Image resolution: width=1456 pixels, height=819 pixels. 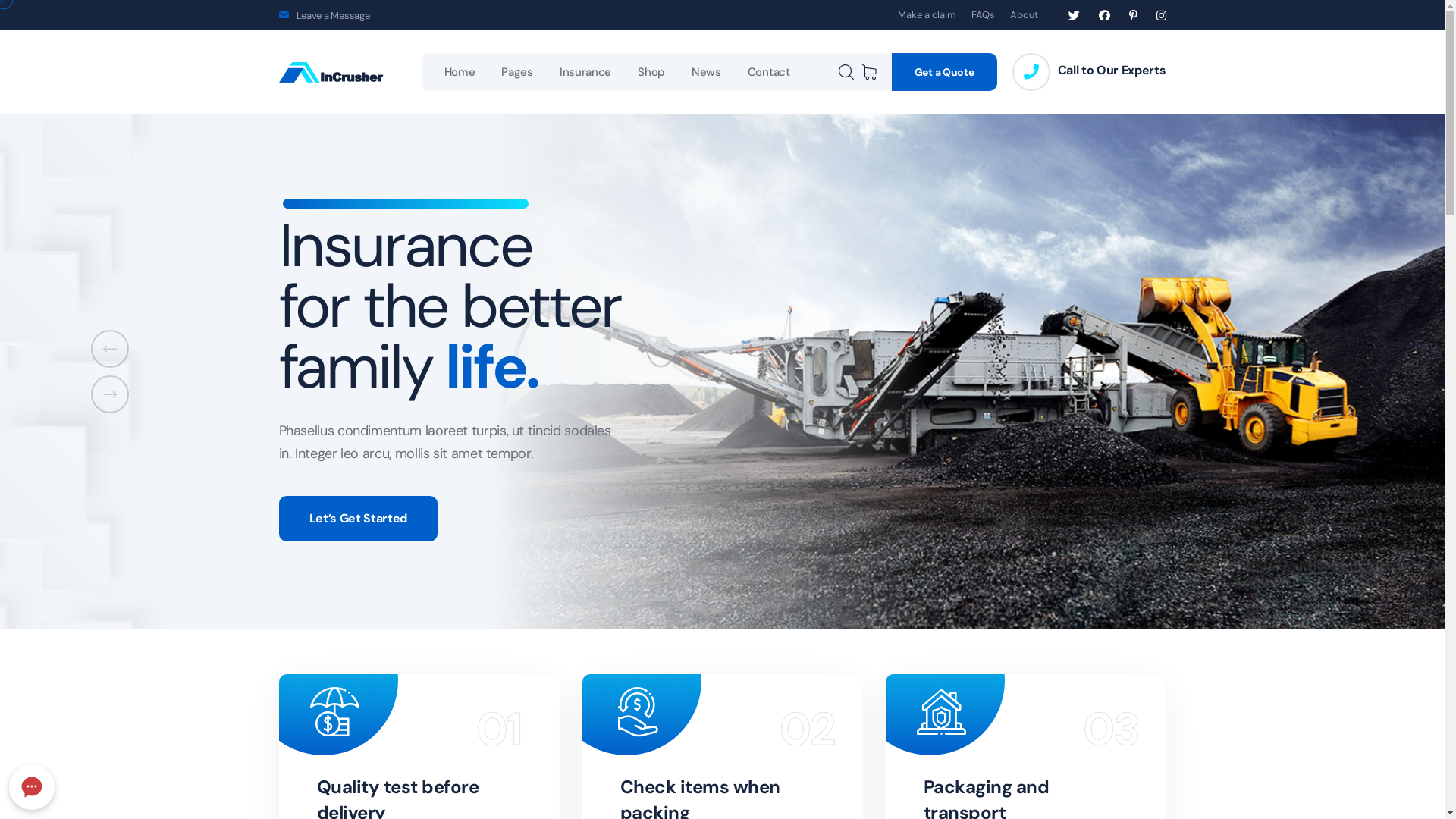 I want to click on 'Insurance', so click(x=559, y=72).